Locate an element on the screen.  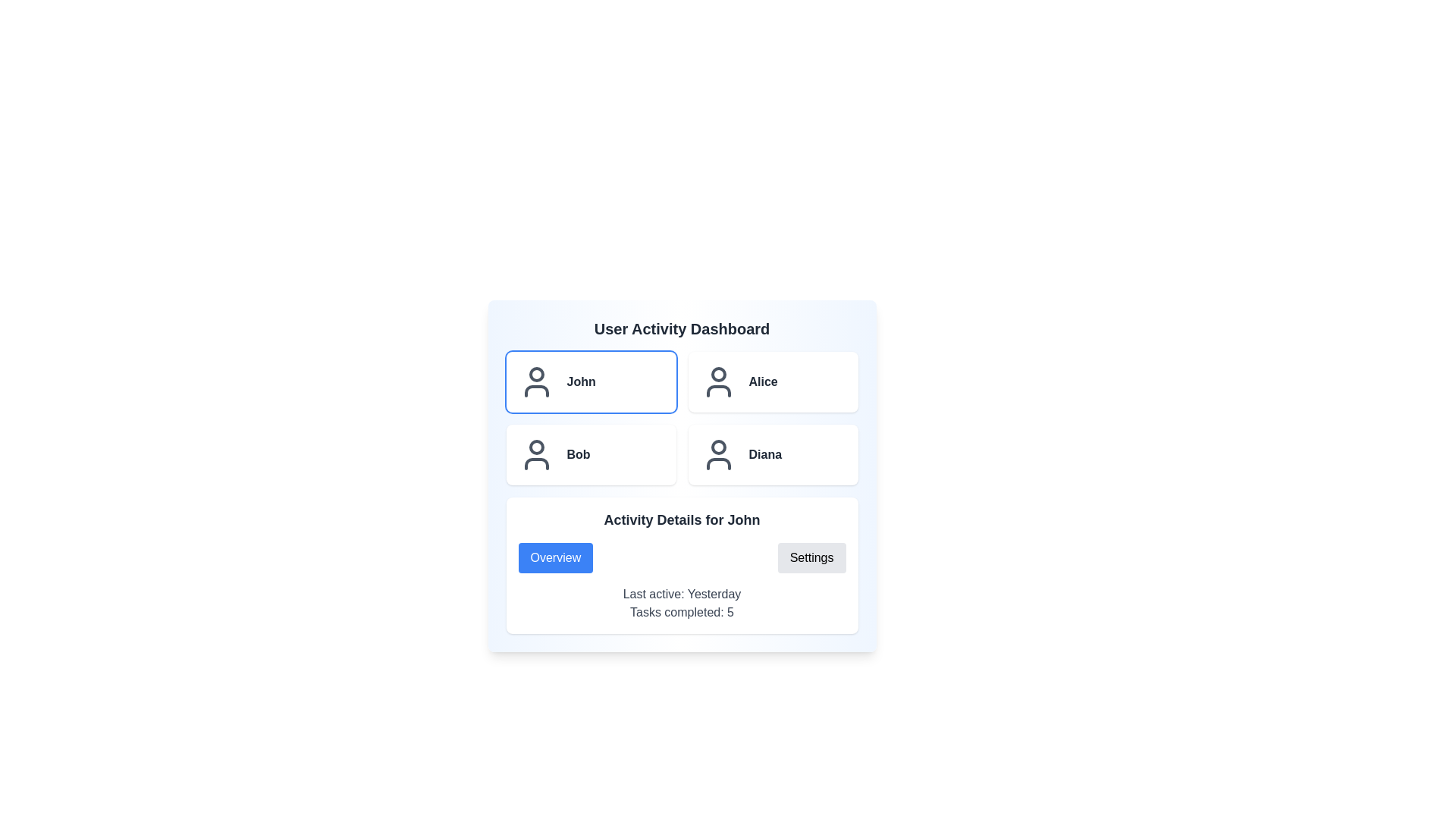
the user icon representing 'Bob' located within the card labeled 'Bob' in the 'User Activity Dashboard' is located at coordinates (536, 454).